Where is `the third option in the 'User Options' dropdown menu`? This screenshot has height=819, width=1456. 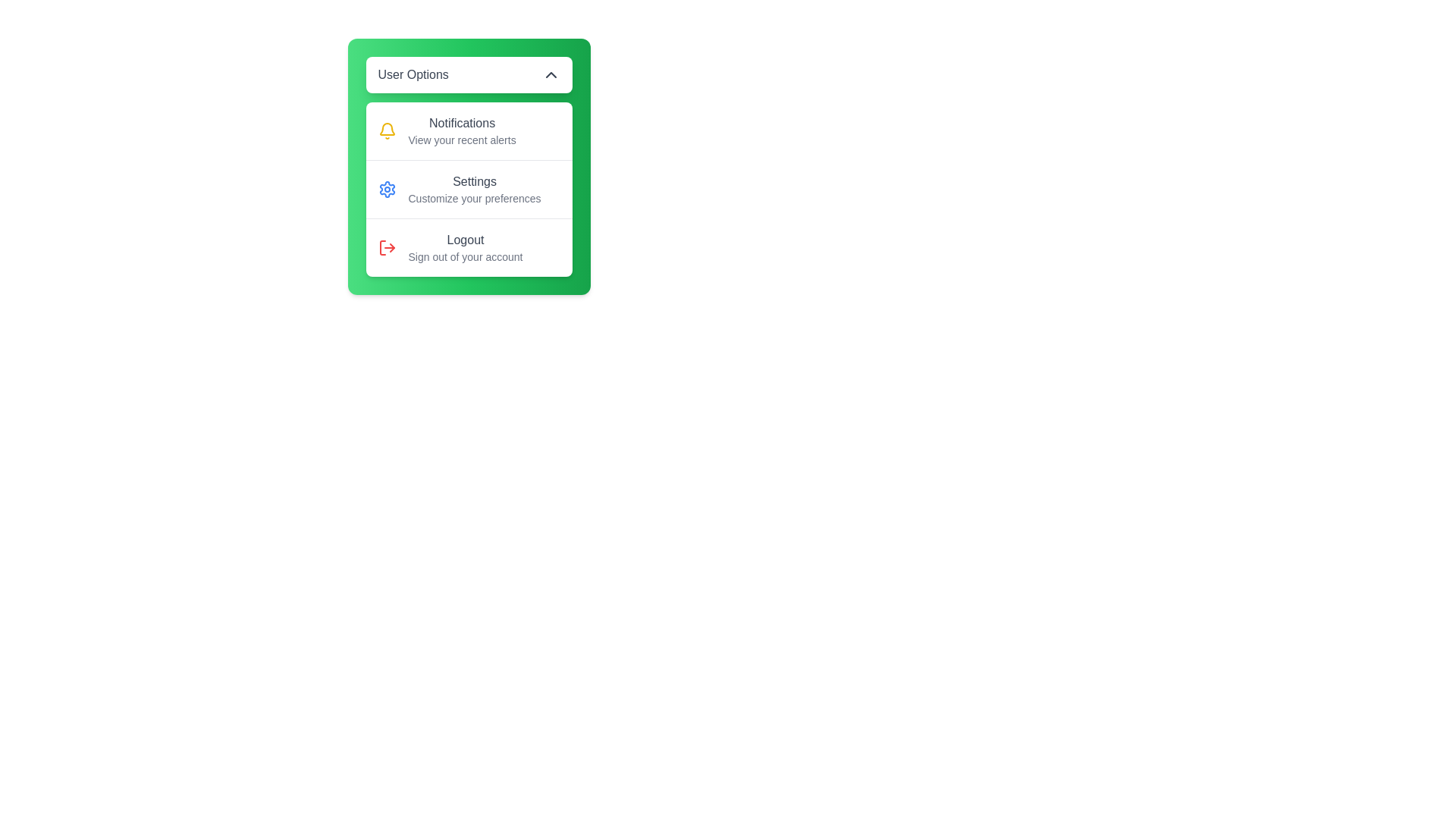 the third option in the 'User Options' dropdown menu is located at coordinates (468, 246).